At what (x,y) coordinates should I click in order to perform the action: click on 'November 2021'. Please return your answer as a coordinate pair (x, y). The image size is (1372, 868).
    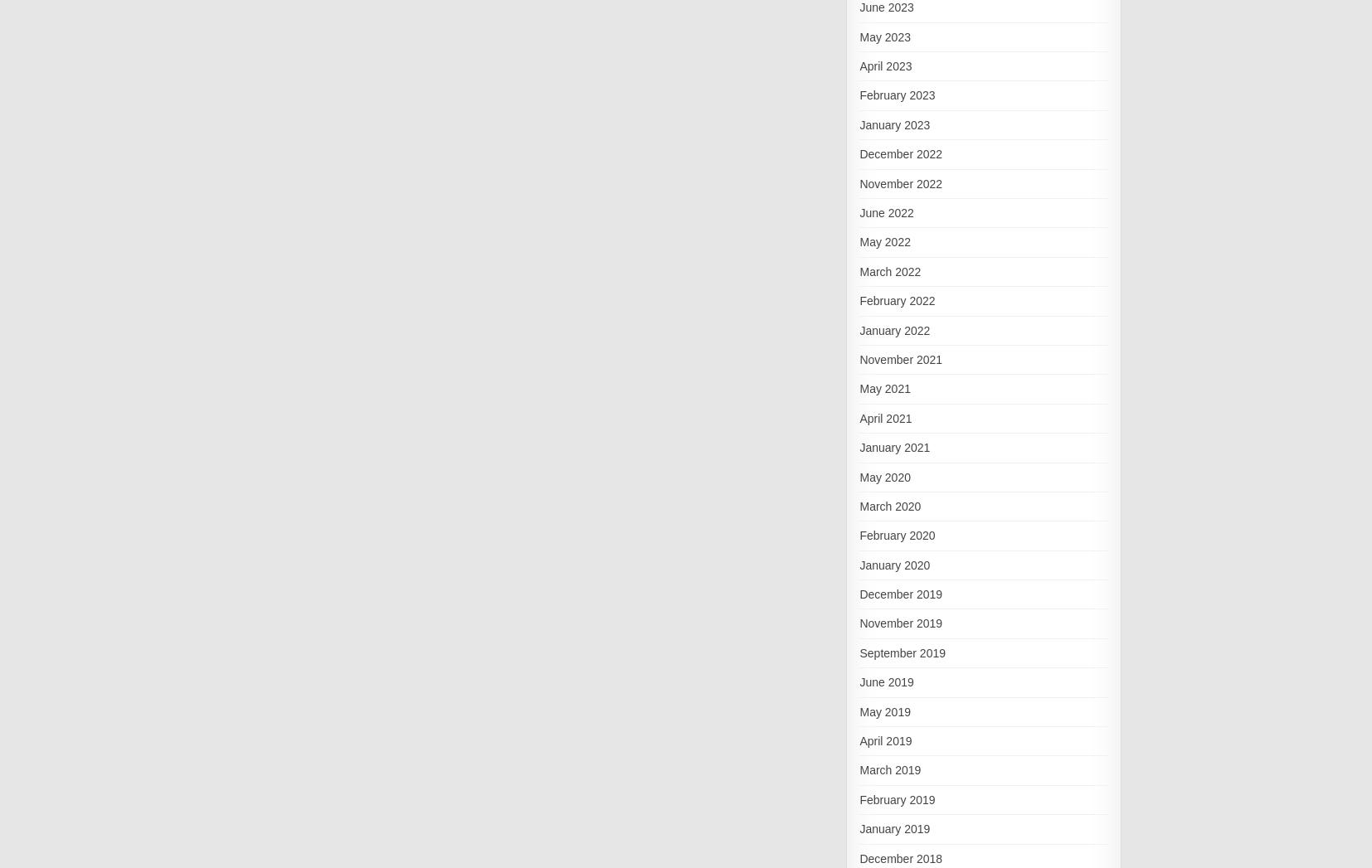
    Looking at the image, I should click on (859, 359).